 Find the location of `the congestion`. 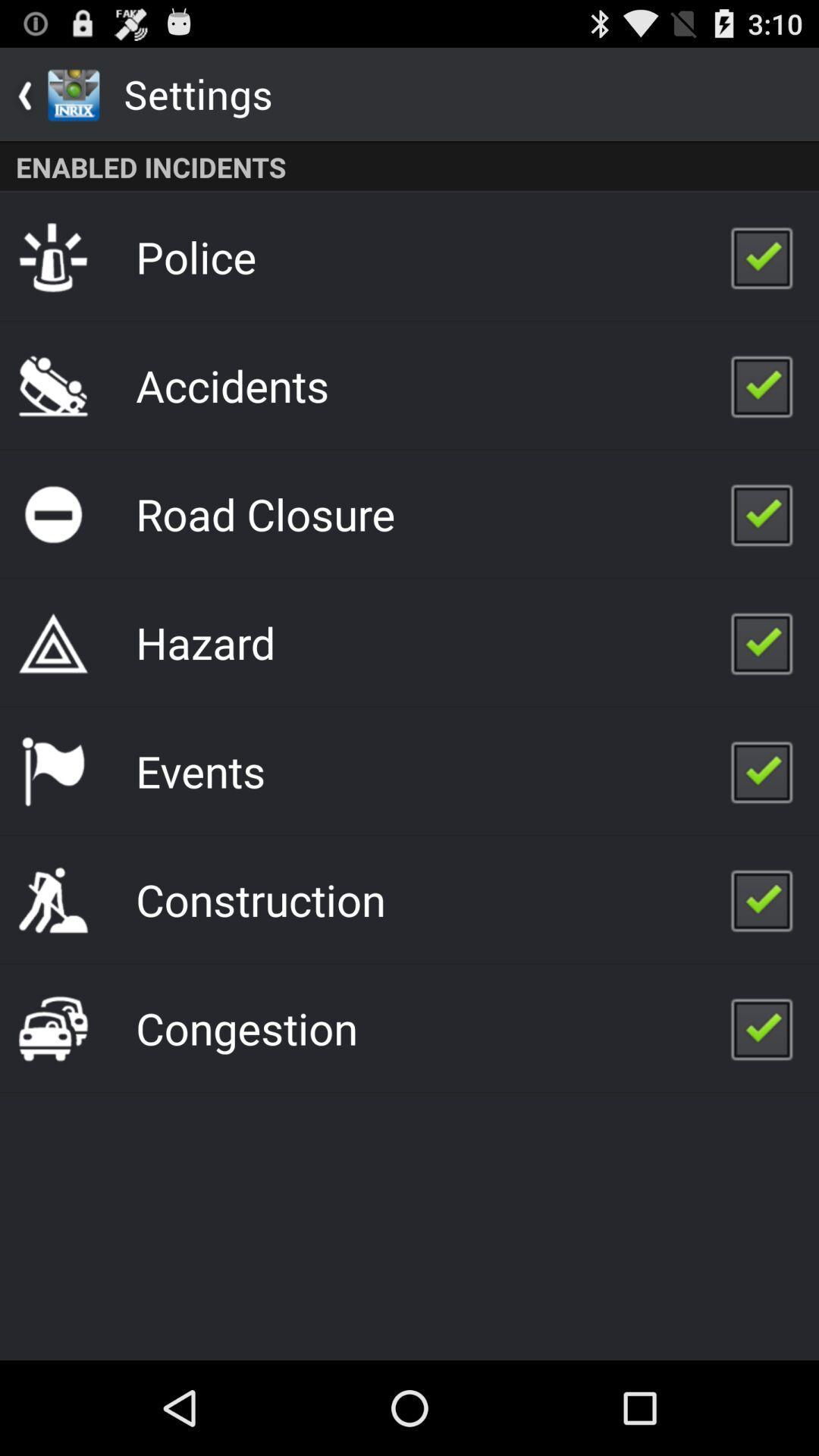

the congestion is located at coordinates (246, 1028).